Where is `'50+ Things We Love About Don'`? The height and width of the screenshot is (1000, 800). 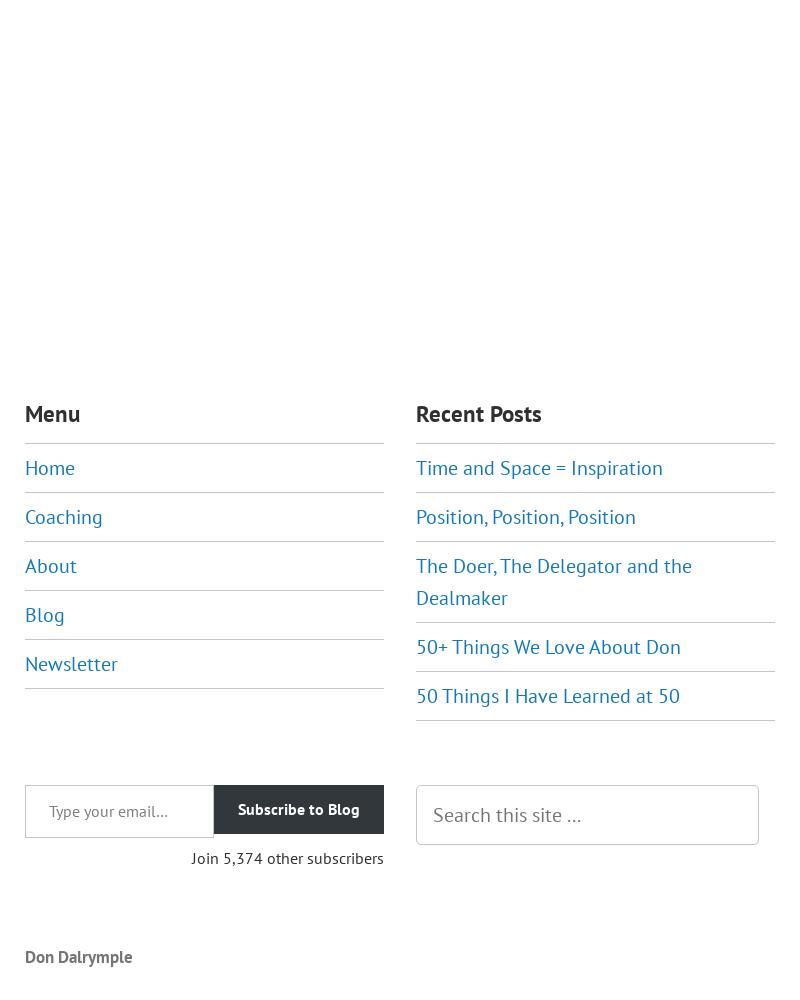 '50+ Things We Love About Don' is located at coordinates (548, 646).